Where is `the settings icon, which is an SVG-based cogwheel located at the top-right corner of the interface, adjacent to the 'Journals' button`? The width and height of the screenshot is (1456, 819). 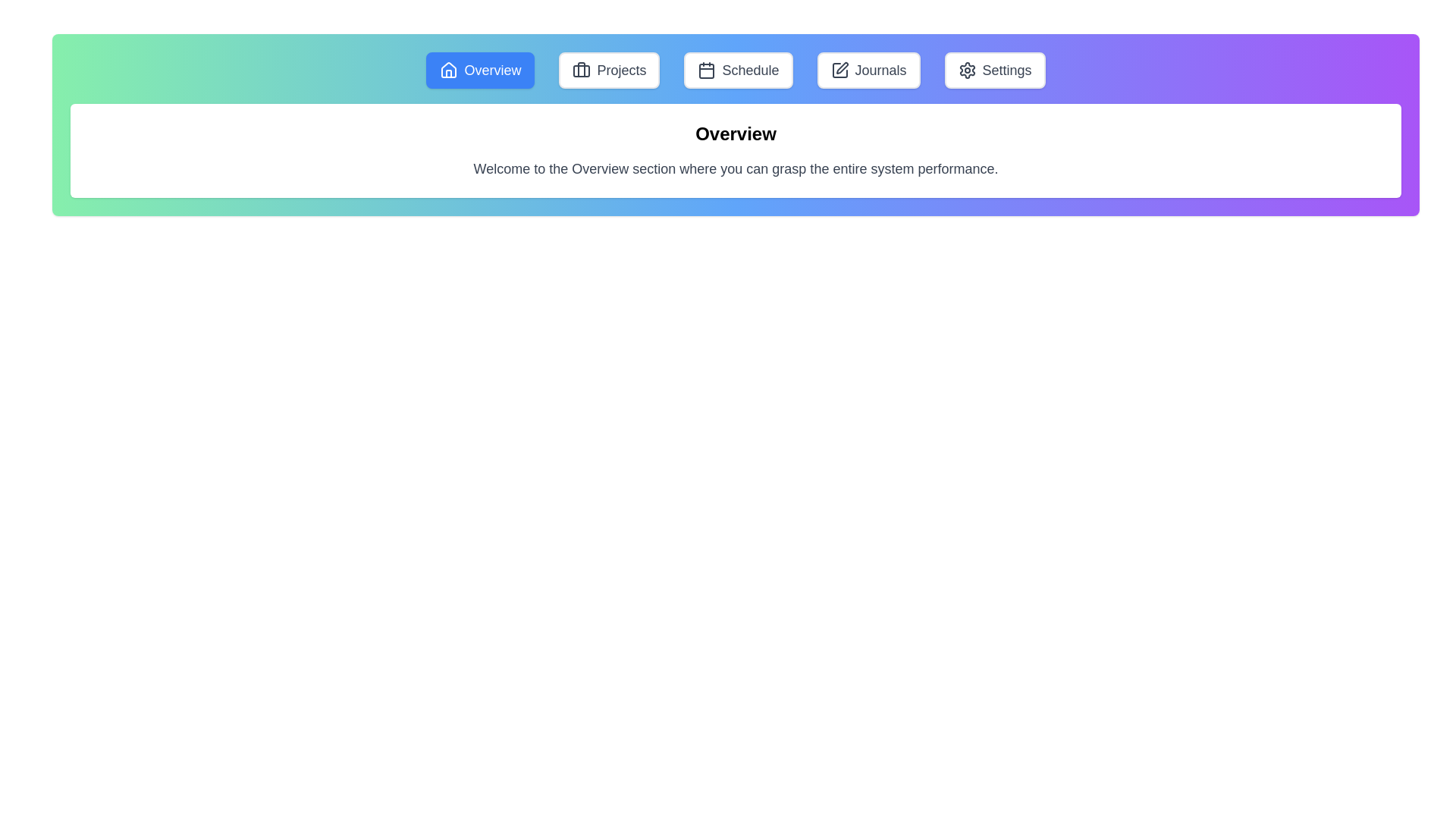 the settings icon, which is an SVG-based cogwheel located at the top-right corner of the interface, adjacent to the 'Journals' button is located at coordinates (966, 70).